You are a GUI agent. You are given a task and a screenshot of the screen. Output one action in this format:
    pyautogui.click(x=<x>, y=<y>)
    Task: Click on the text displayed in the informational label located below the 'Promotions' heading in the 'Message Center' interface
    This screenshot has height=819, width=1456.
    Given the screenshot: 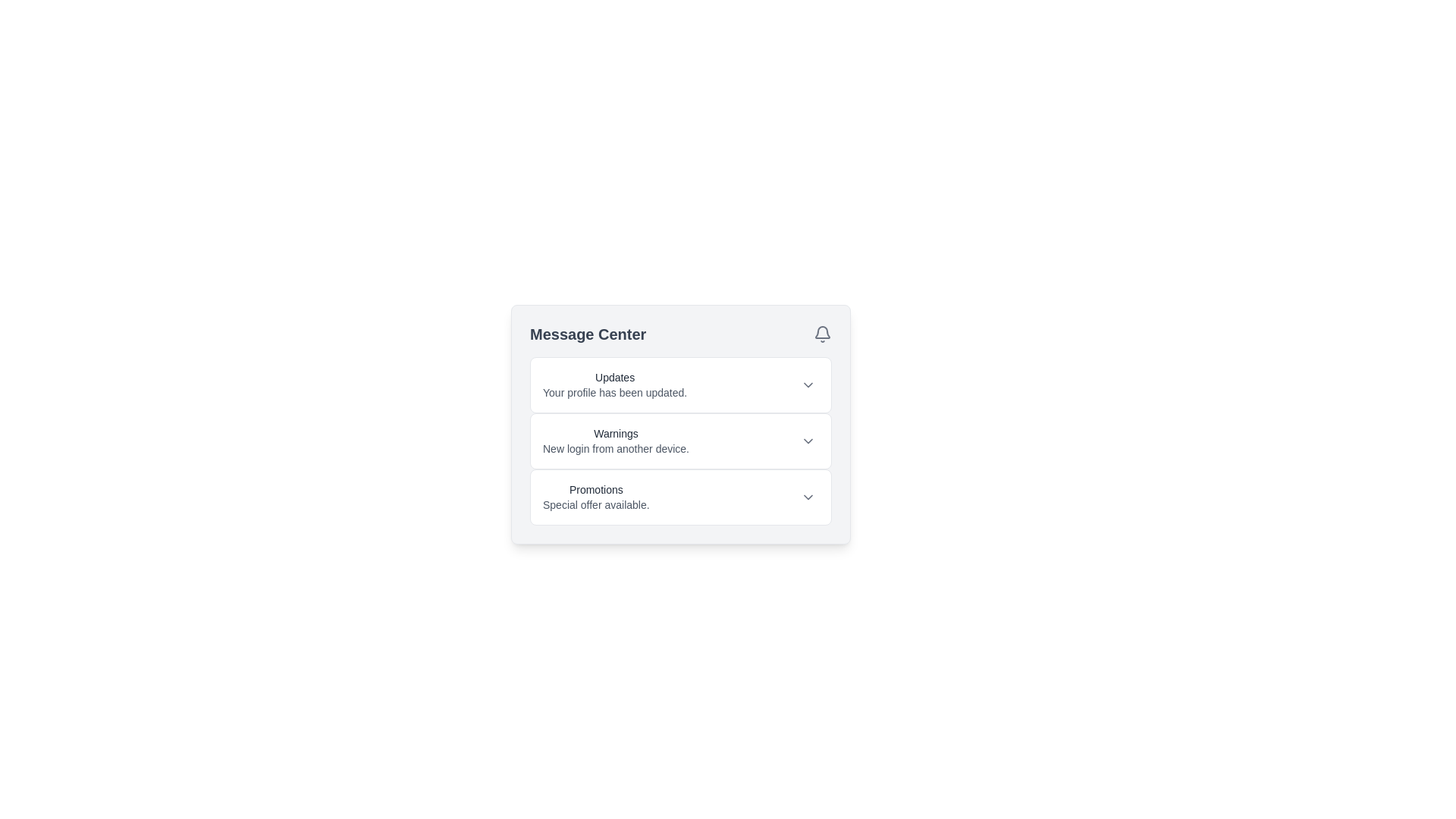 What is the action you would take?
    pyautogui.click(x=595, y=505)
    